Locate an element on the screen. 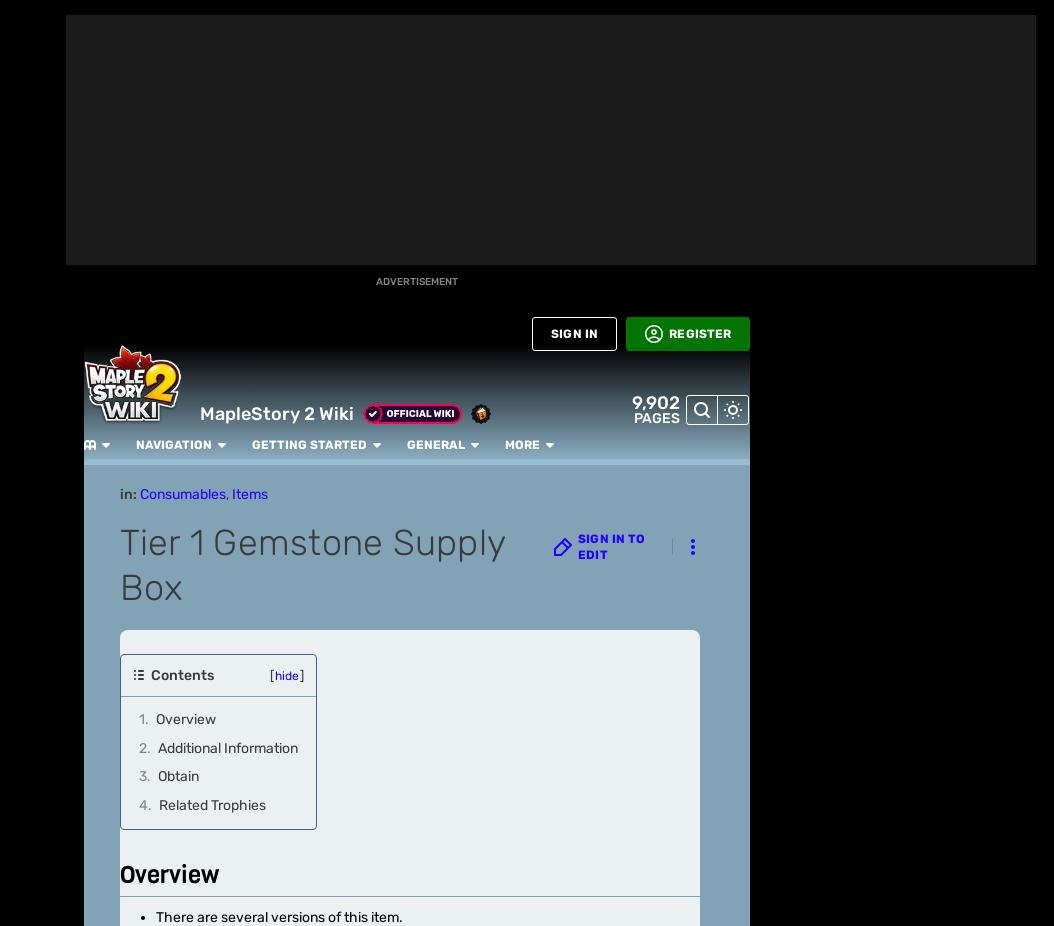 The image size is (1054, 926). '! Please consider' is located at coordinates (409, 908).